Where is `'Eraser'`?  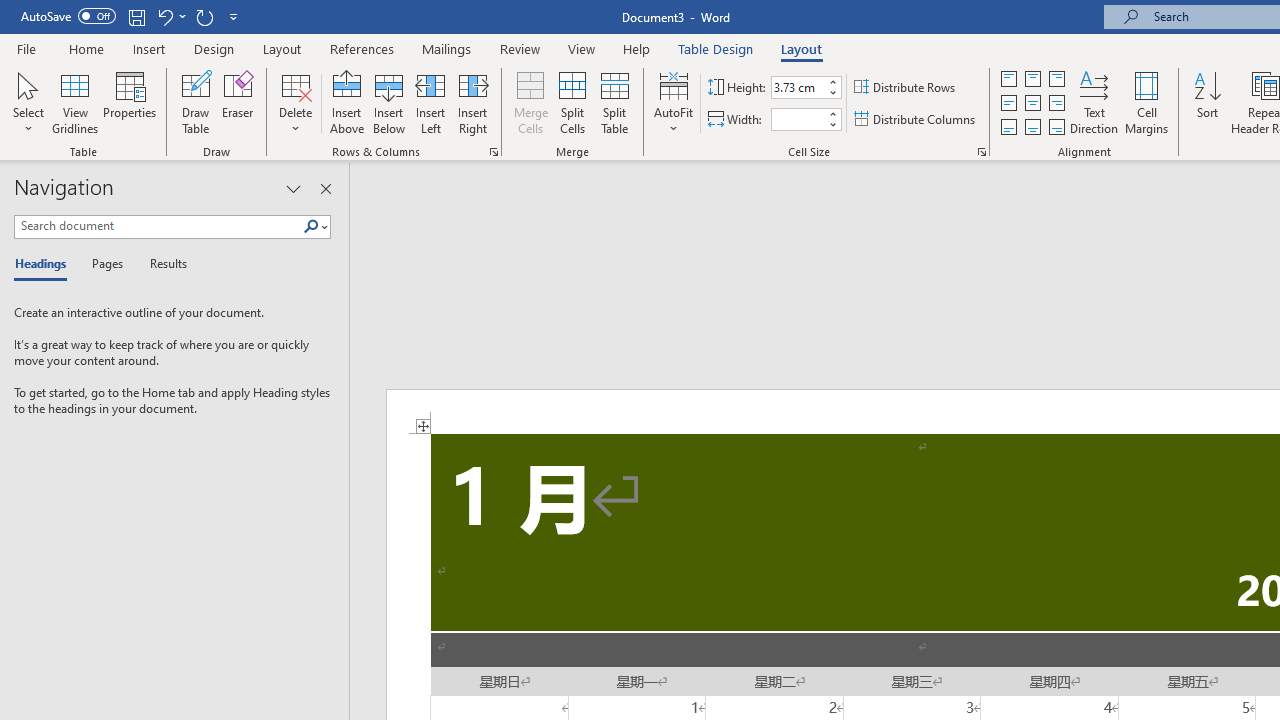 'Eraser' is located at coordinates (238, 103).